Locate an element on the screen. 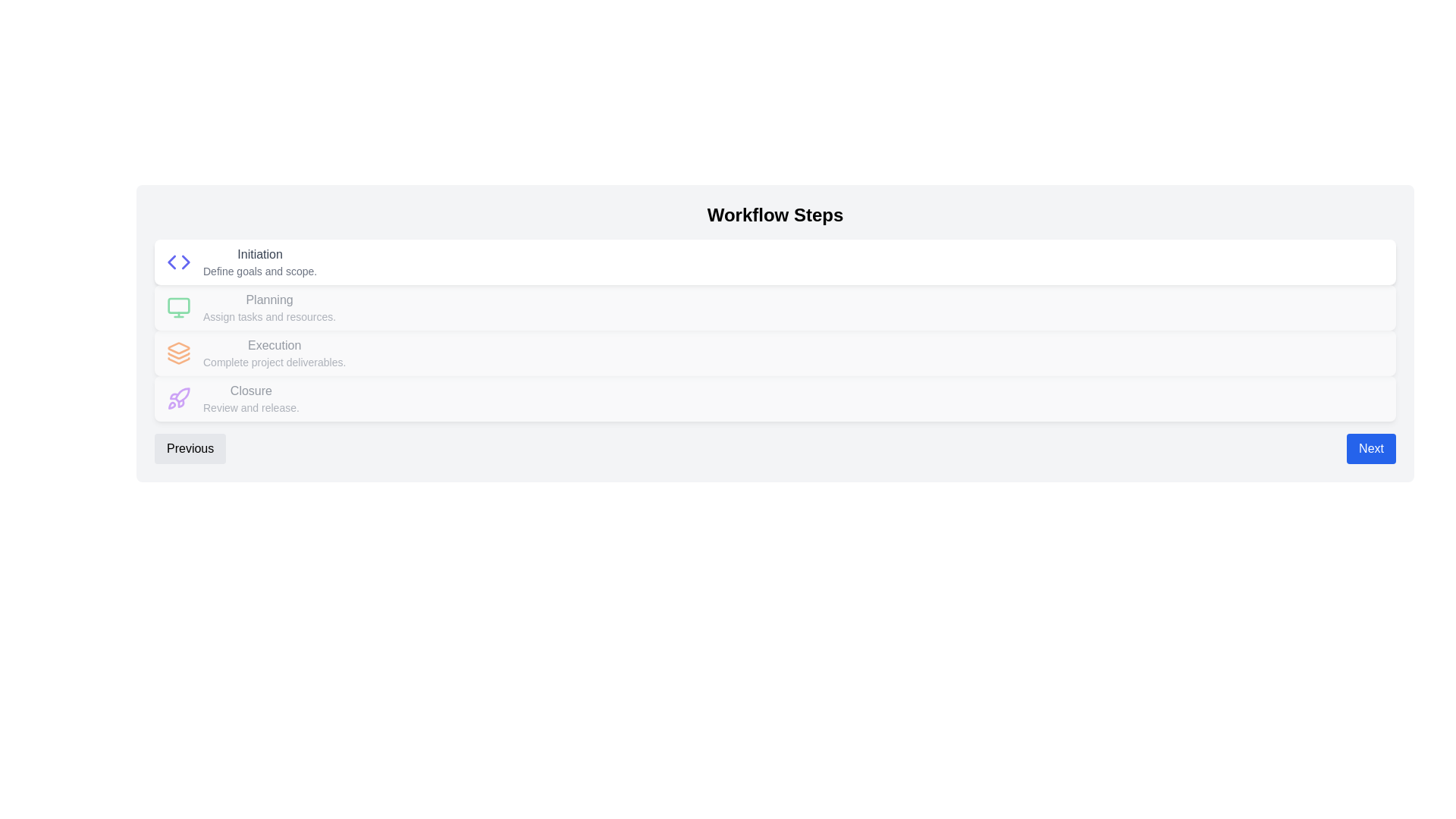 The image size is (1456, 819). the 'Planning' phase list item in the workflow overview is located at coordinates (775, 307).